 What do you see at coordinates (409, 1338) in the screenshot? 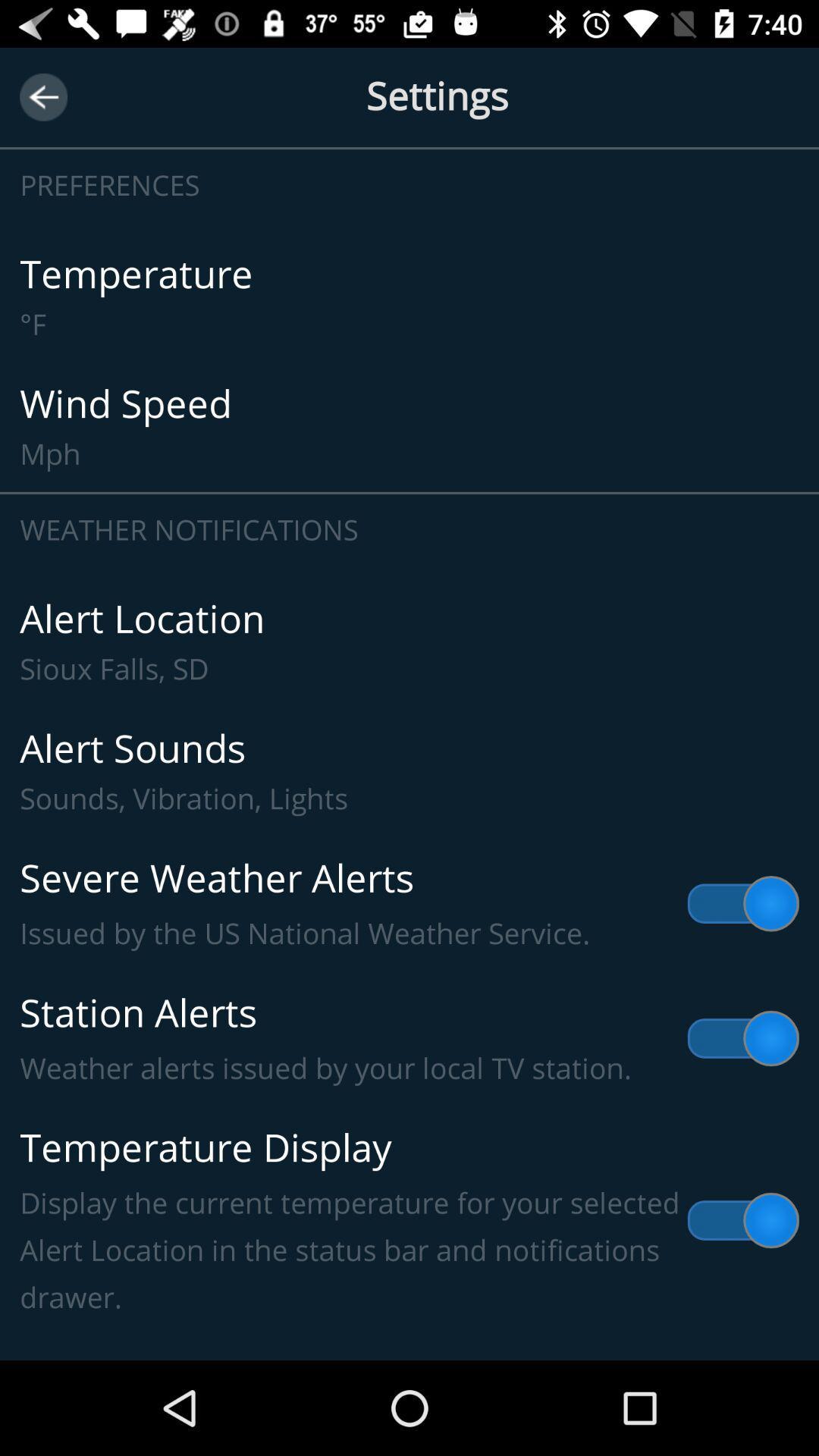
I see `item below the temperature display display item` at bounding box center [409, 1338].